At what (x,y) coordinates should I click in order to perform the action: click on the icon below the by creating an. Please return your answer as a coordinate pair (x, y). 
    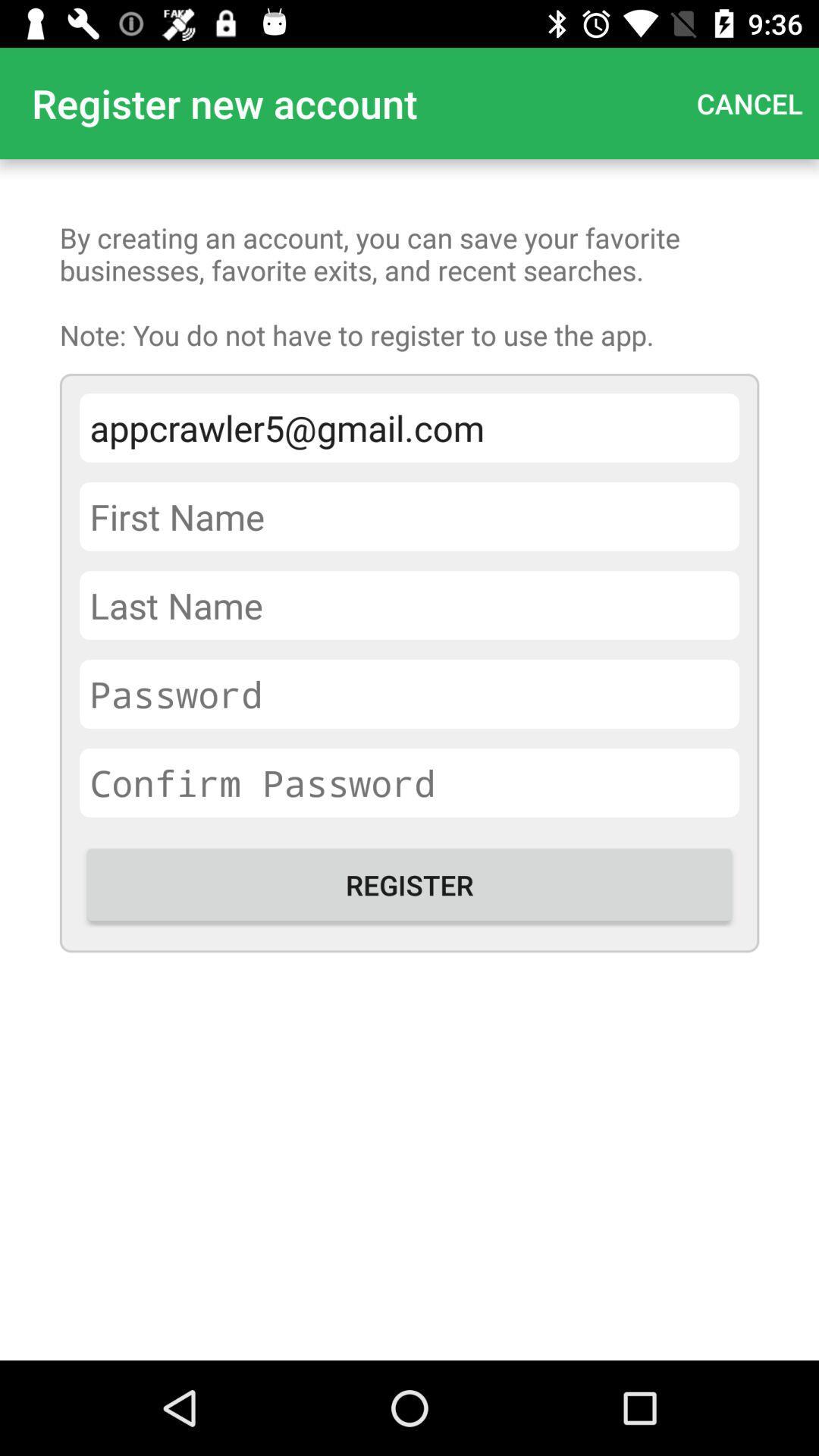
    Looking at the image, I should click on (409, 427).